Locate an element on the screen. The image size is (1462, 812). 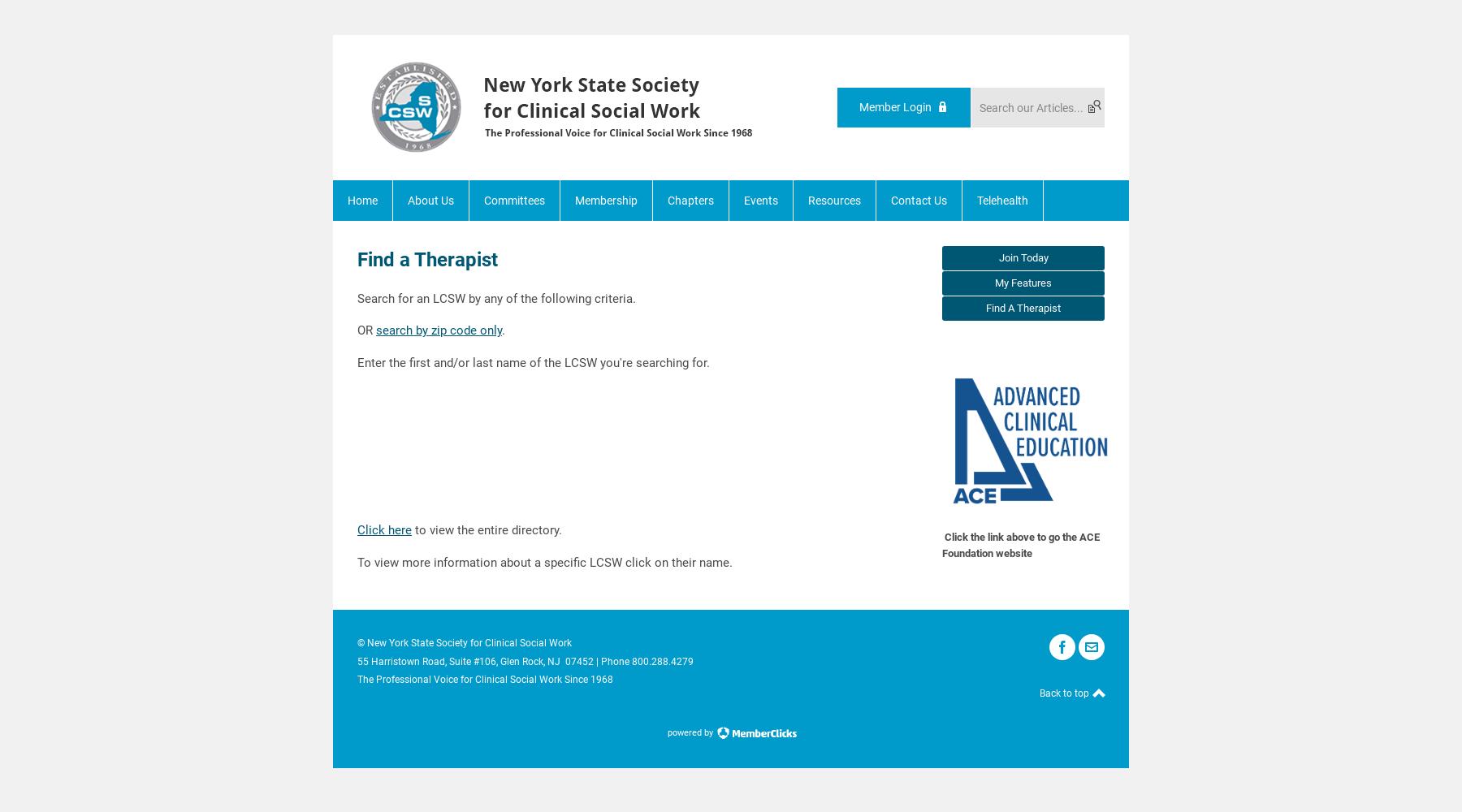
'55 Harristown Road, Suite #106, Glen Rock, NJ  07452 | Phone 800.288.4279' is located at coordinates (525, 660).